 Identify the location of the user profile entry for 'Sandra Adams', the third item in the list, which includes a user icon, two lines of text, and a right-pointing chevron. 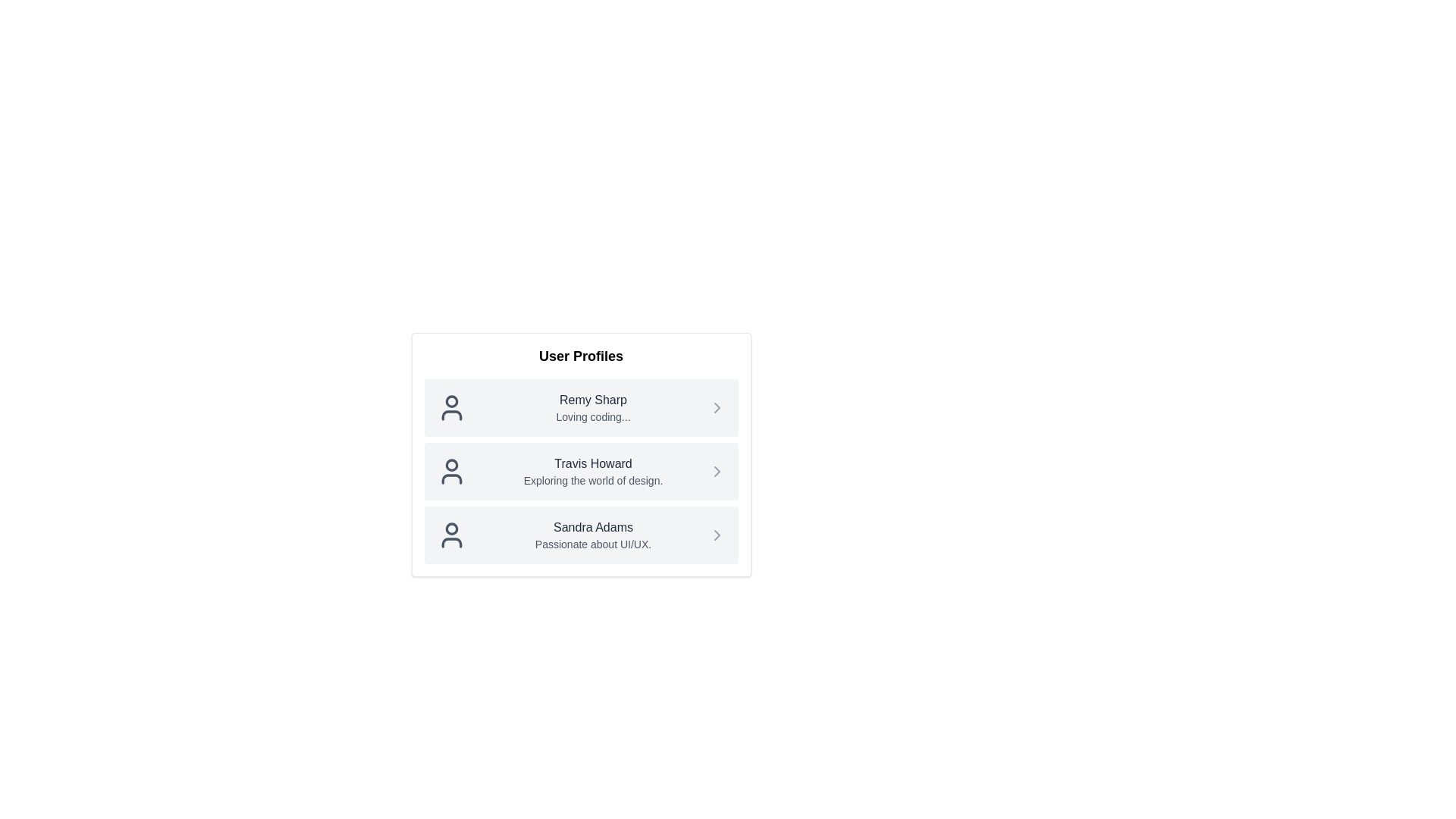
(592, 534).